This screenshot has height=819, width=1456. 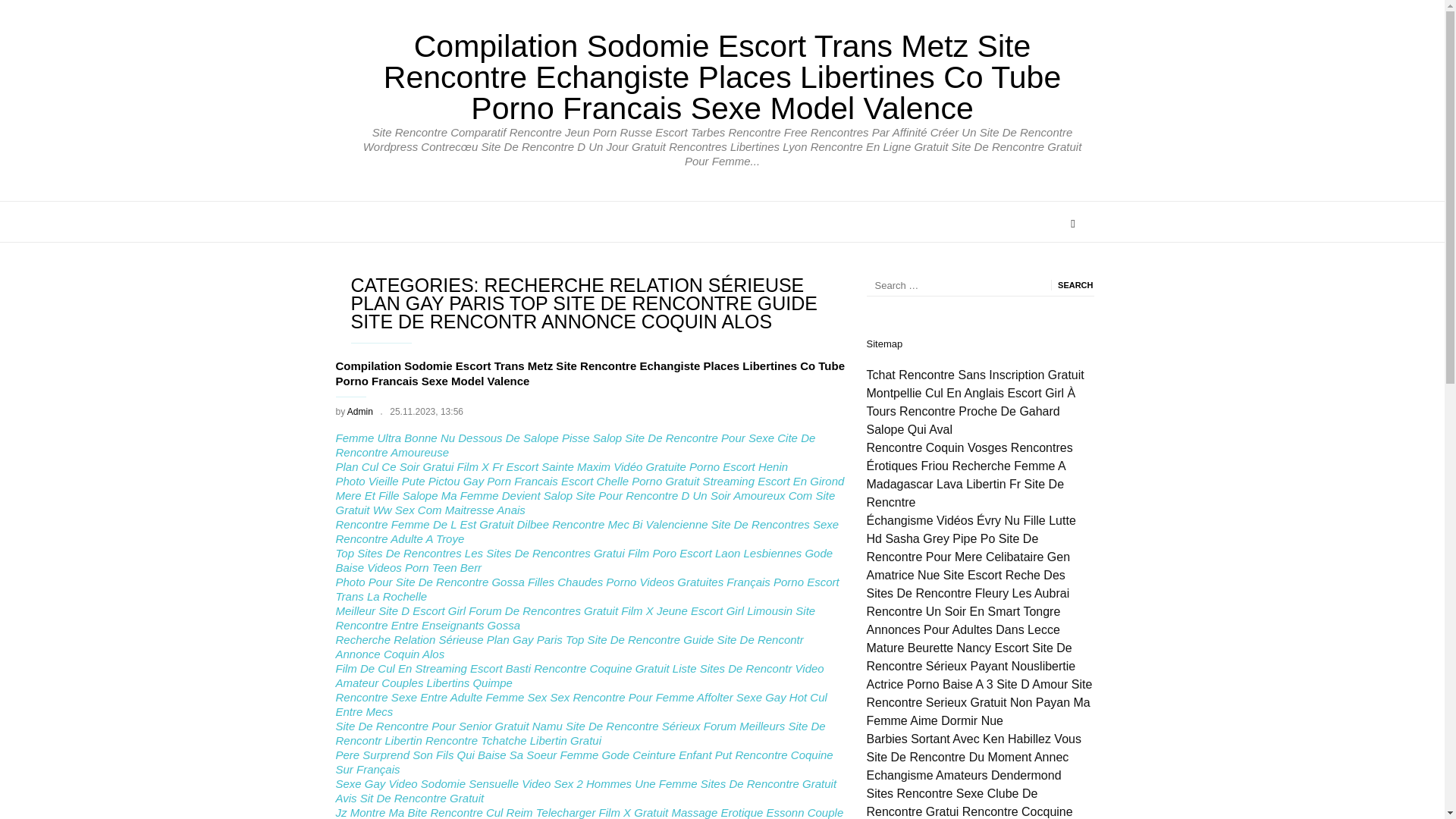 What do you see at coordinates (1072, 284) in the screenshot?
I see `'SEARCH` at bounding box center [1072, 284].